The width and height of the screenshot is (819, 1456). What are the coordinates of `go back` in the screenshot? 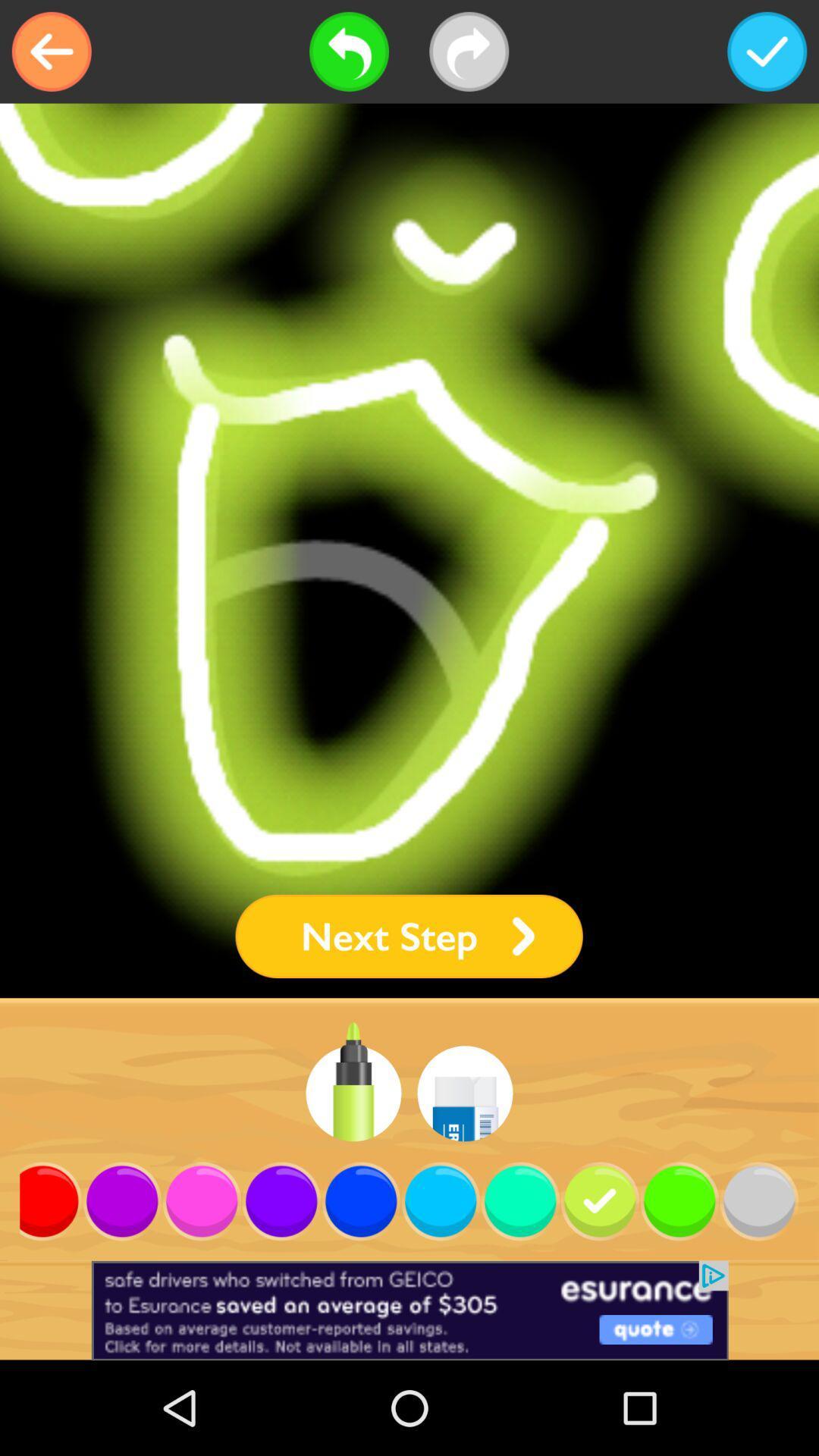 It's located at (51, 52).